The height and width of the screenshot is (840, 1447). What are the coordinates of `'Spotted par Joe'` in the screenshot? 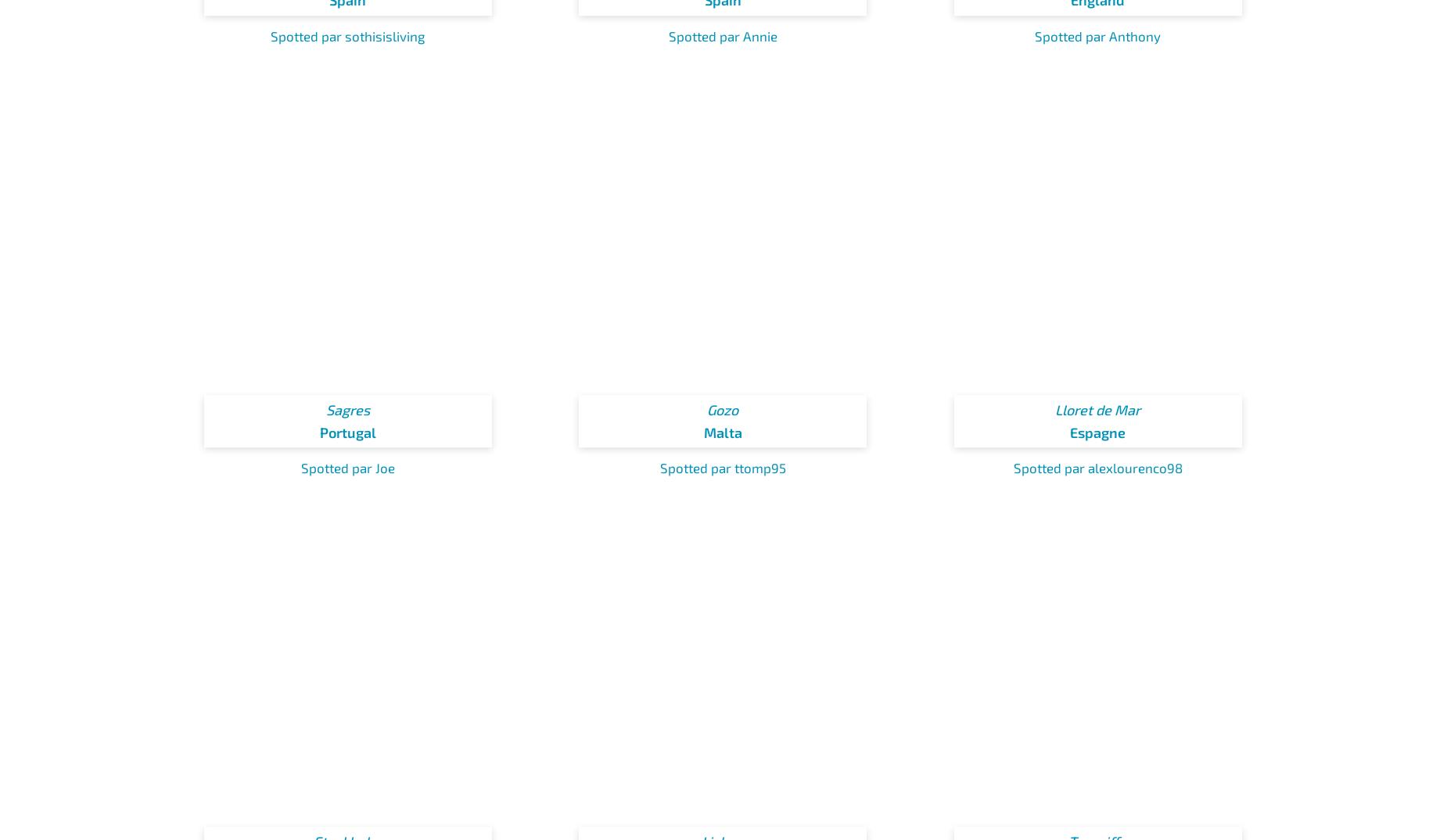 It's located at (346, 468).